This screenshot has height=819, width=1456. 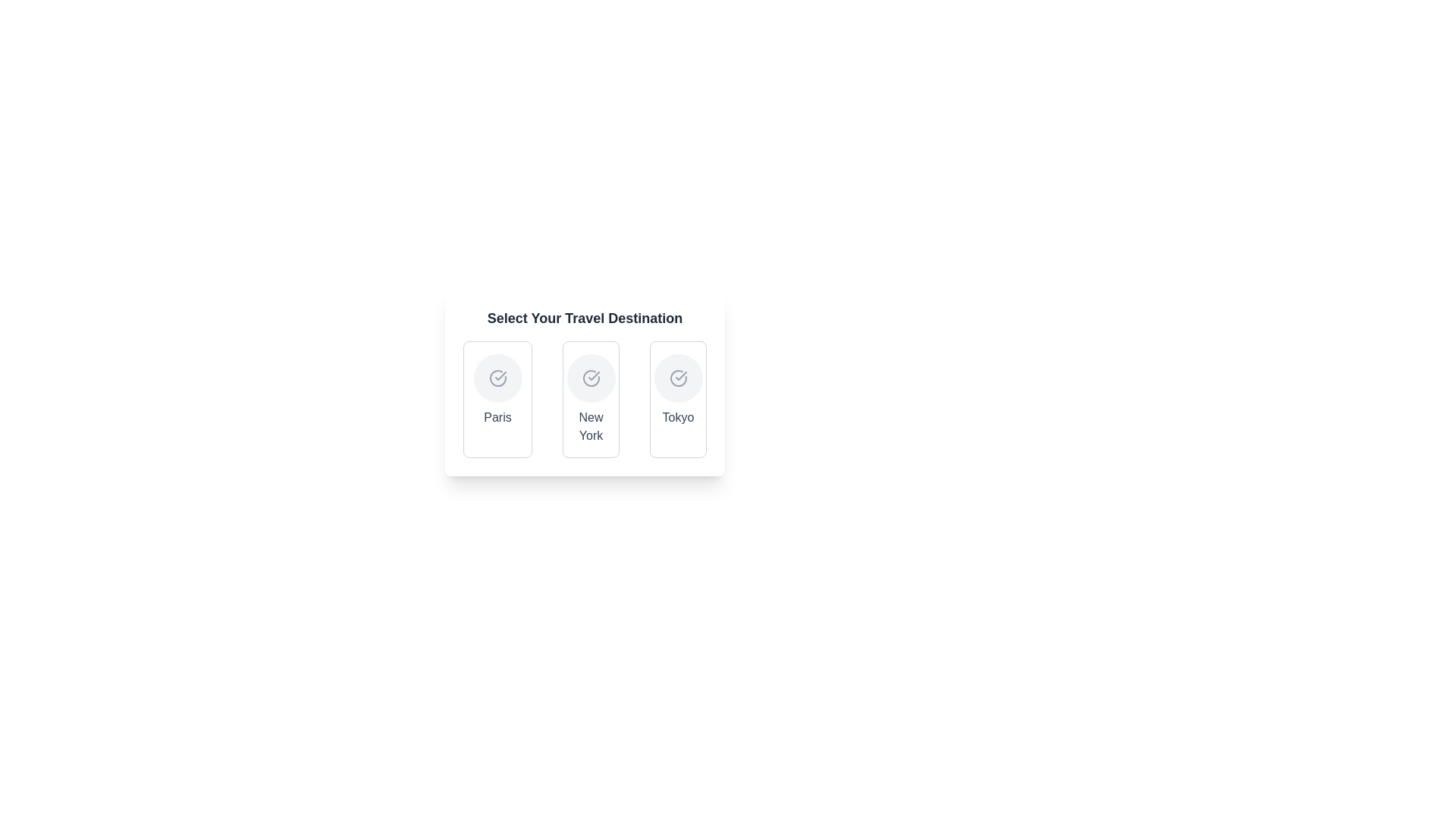 I want to click on the 'Tokyo' text label, which is styled with a medium-sized gray font and located within the rightmost card of the horizontal selection menu labeled 'Select Your Travel Destination', so click(x=677, y=418).